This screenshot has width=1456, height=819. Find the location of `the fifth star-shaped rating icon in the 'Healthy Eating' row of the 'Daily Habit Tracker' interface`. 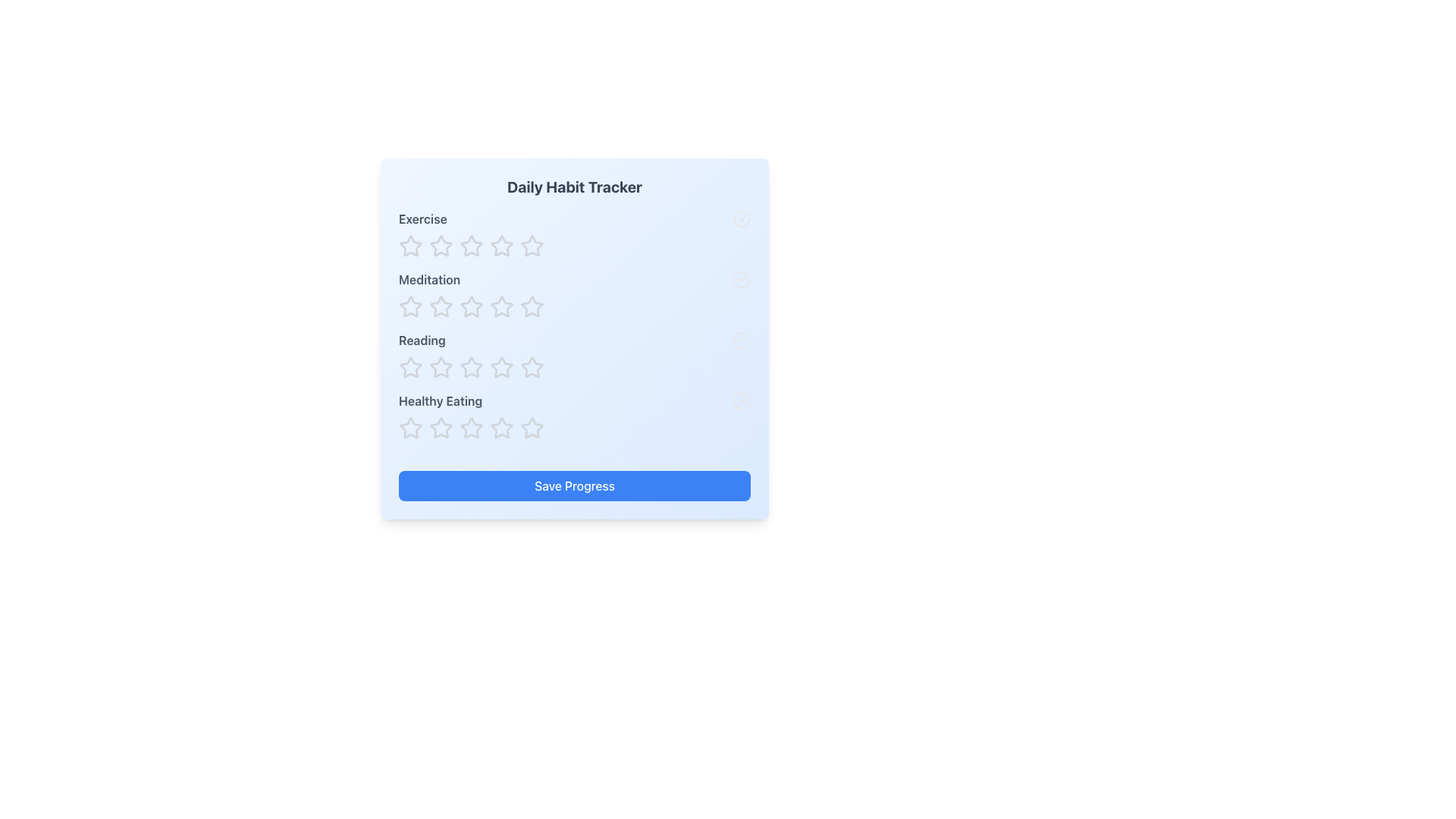

the fifth star-shaped rating icon in the 'Healthy Eating' row of the 'Daily Habit Tracker' interface is located at coordinates (532, 428).